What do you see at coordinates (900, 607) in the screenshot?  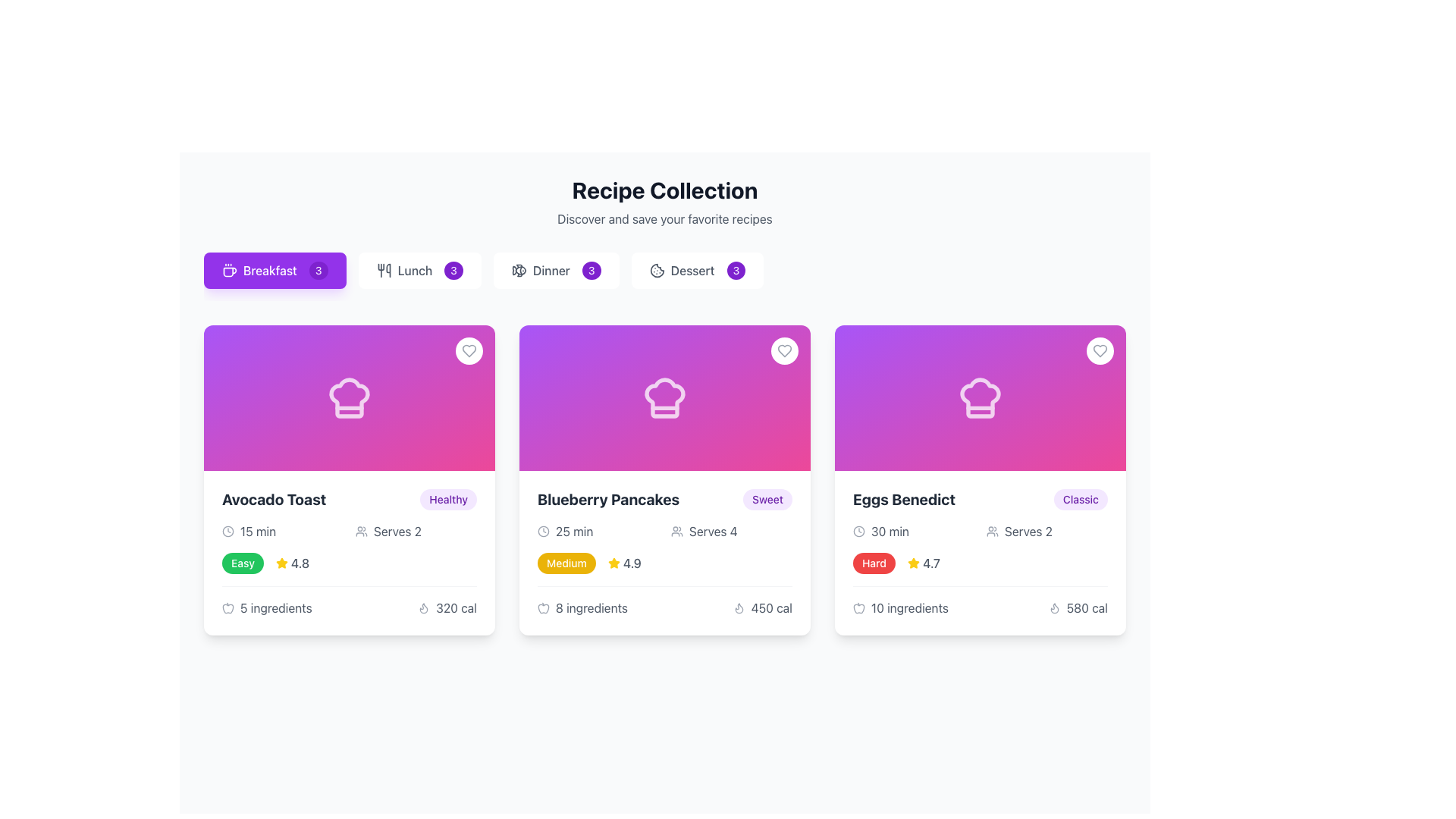 I see `the text '10 ingredients' next to the apple icon, located within the 'Eggs Benedict' card, below the 'Hard' tag and above the '580 cal' calorie count` at bounding box center [900, 607].